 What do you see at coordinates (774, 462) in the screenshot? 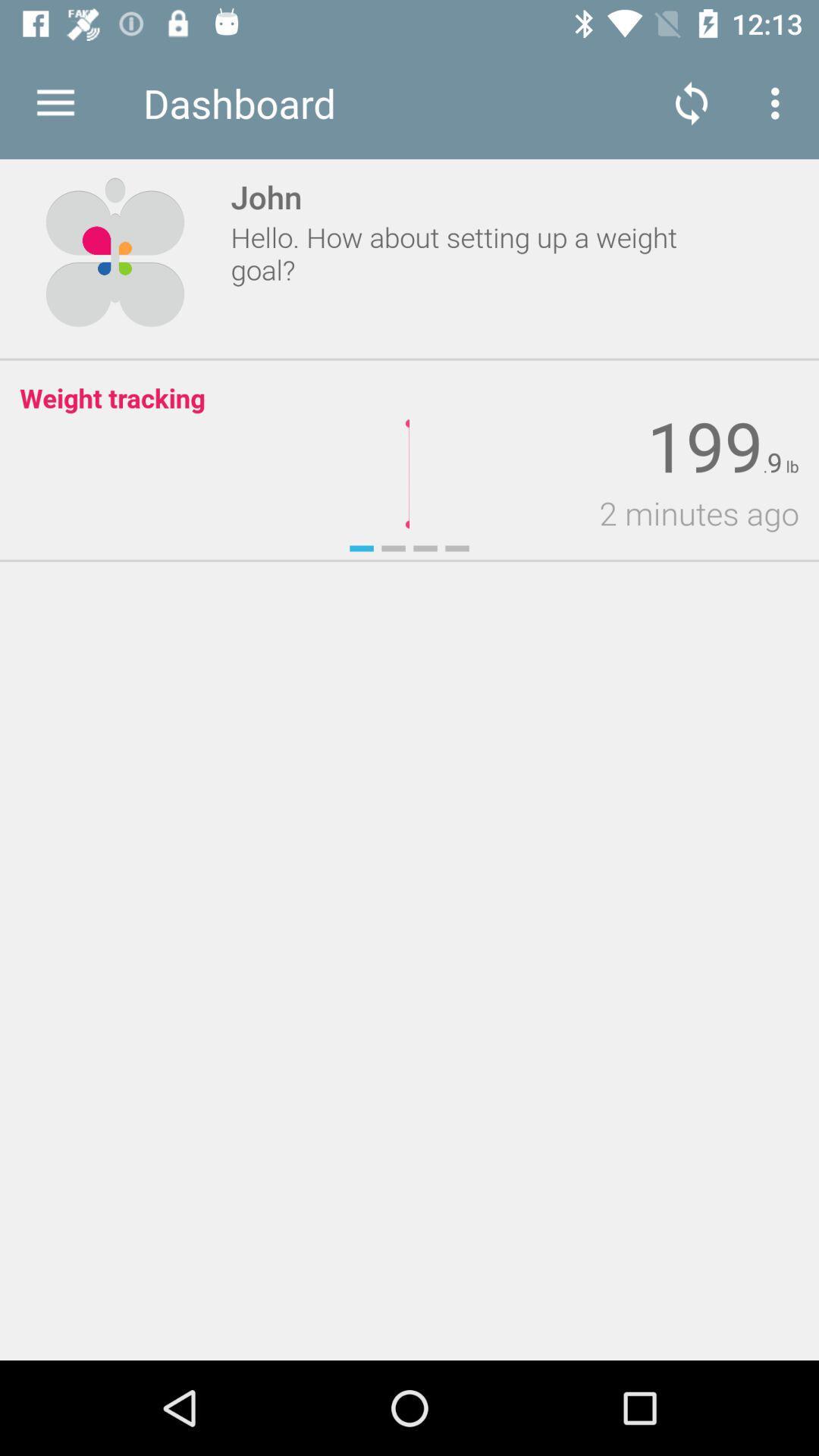
I see `9 icon` at bounding box center [774, 462].